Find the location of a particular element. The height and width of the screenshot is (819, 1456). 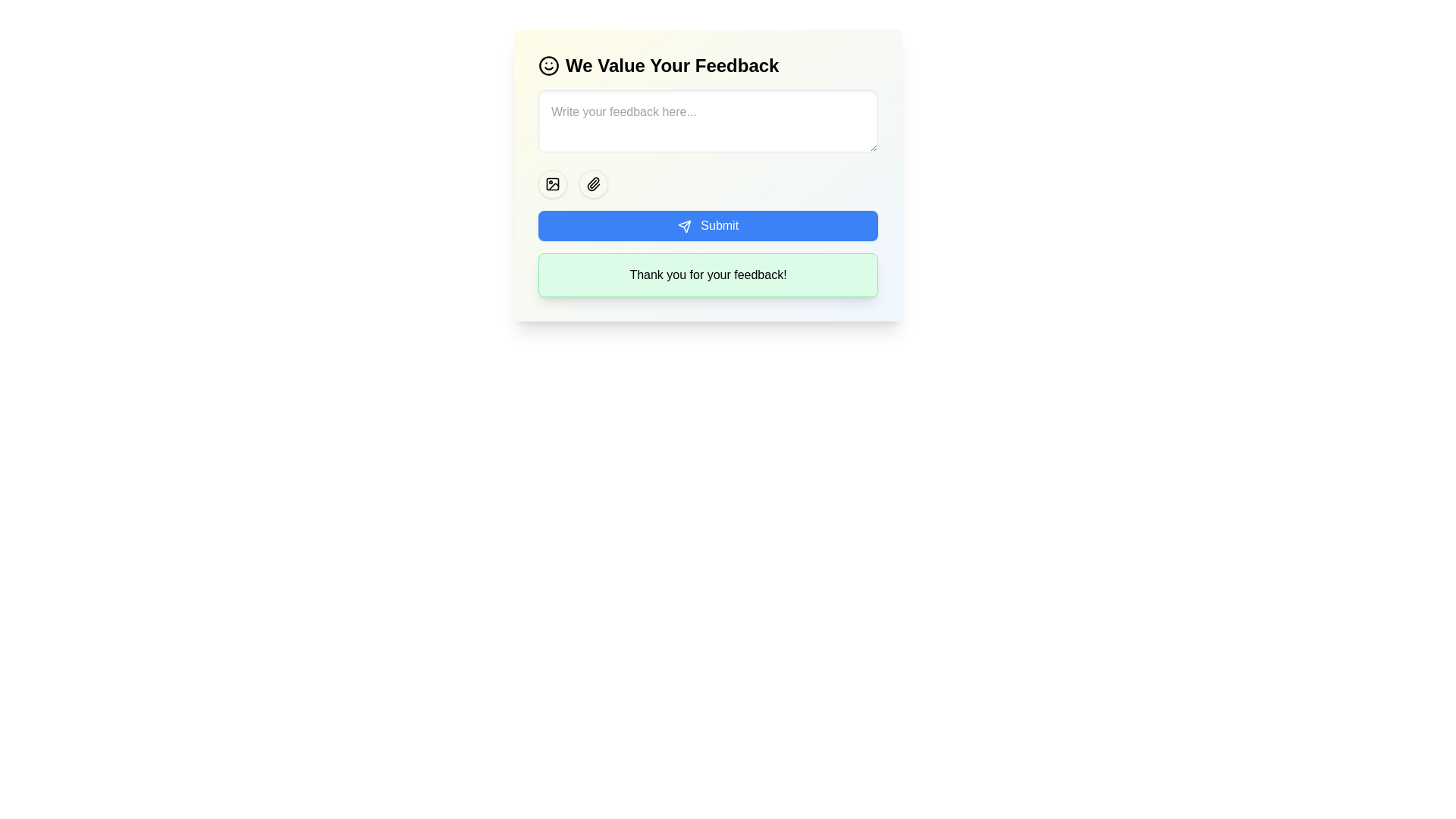

the attachment button, which is the second circular button in a horizontal arrangement, positioned to the right of an image icon button, to trigger a style change is located at coordinates (592, 184).